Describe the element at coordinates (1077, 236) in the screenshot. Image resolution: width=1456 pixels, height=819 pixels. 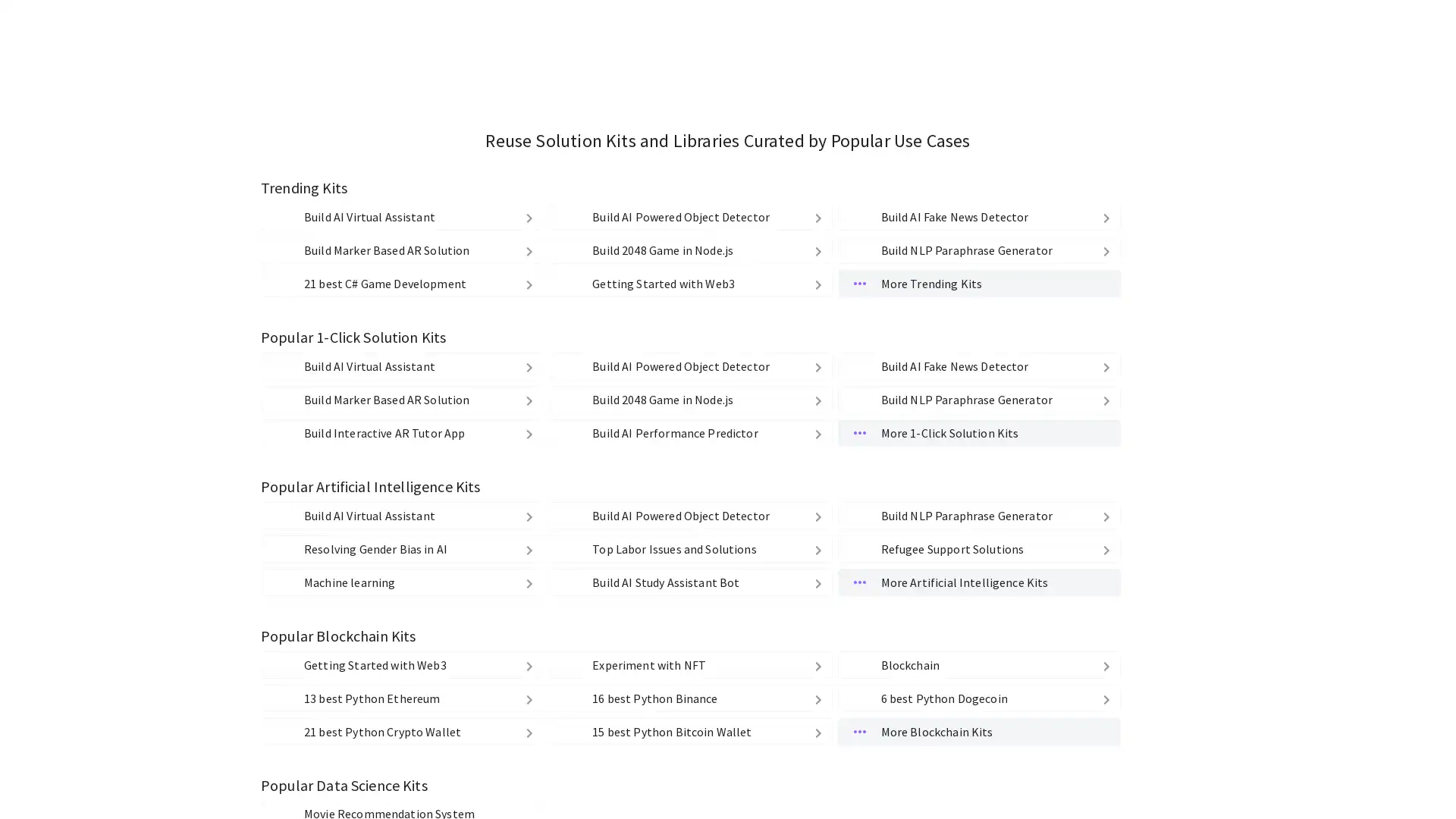
I see `Find` at that location.